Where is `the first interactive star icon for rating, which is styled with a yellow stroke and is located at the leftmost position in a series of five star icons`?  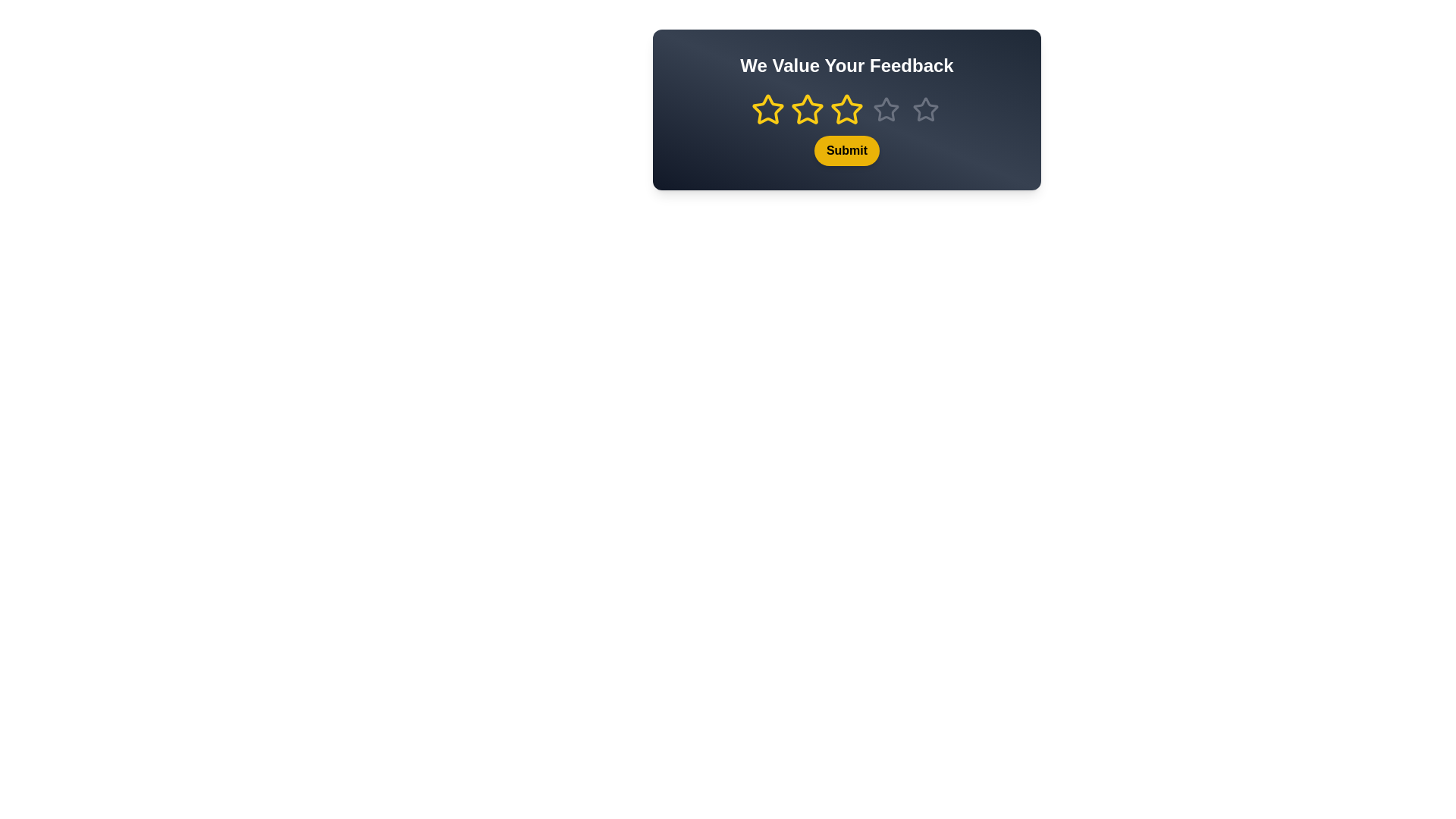
the first interactive star icon for rating, which is styled with a yellow stroke and is located at the leftmost position in a series of five star icons is located at coordinates (767, 109).